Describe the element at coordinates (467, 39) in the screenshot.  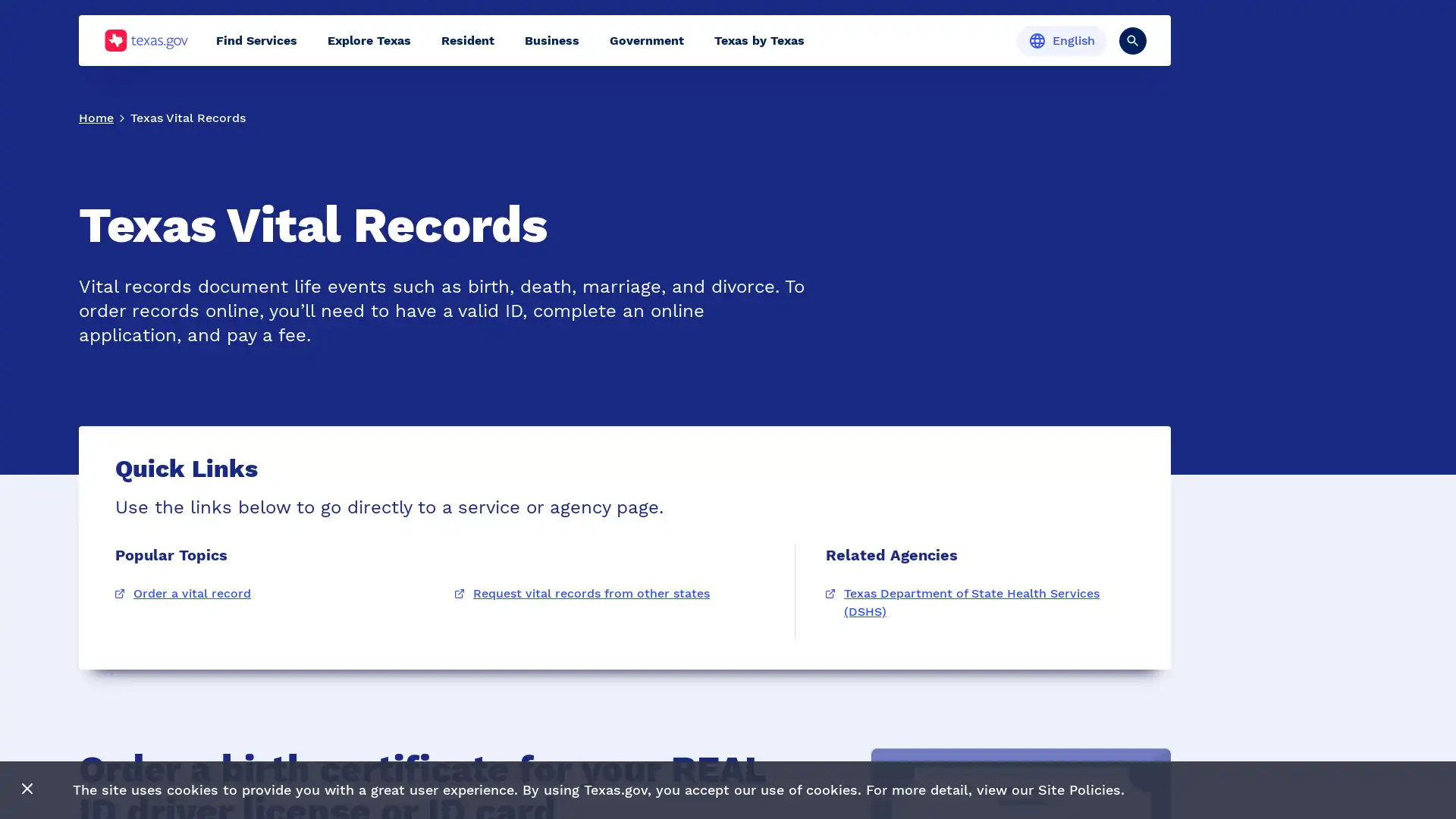
I see `Resident` at that location.